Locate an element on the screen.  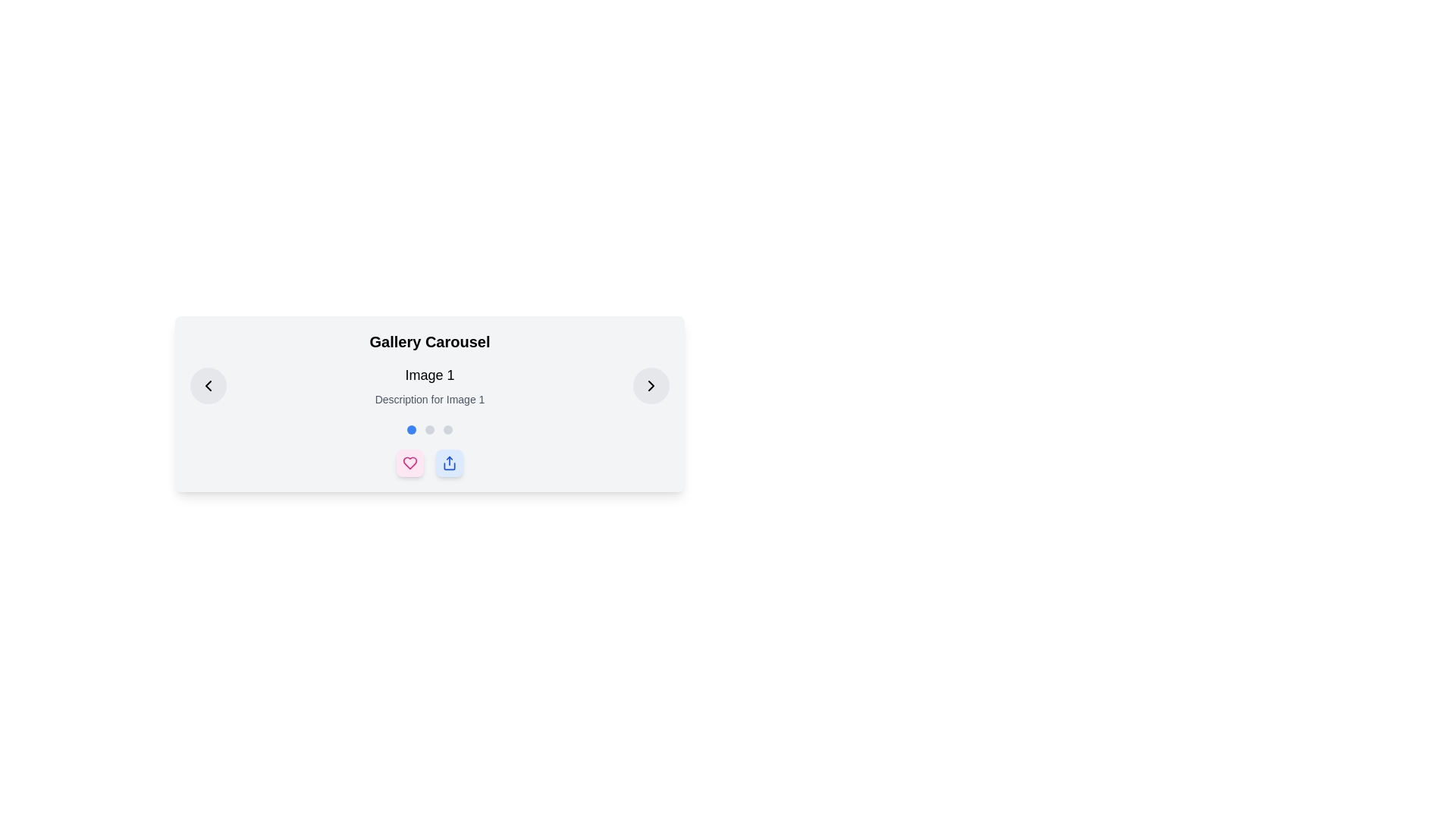
the label displaying 'Description for Image 1', which is styled with a smaller font size and gray color, located below the 'Image 1' label within the 'Gallery Carousel' card is located at coordinates (428, 399).